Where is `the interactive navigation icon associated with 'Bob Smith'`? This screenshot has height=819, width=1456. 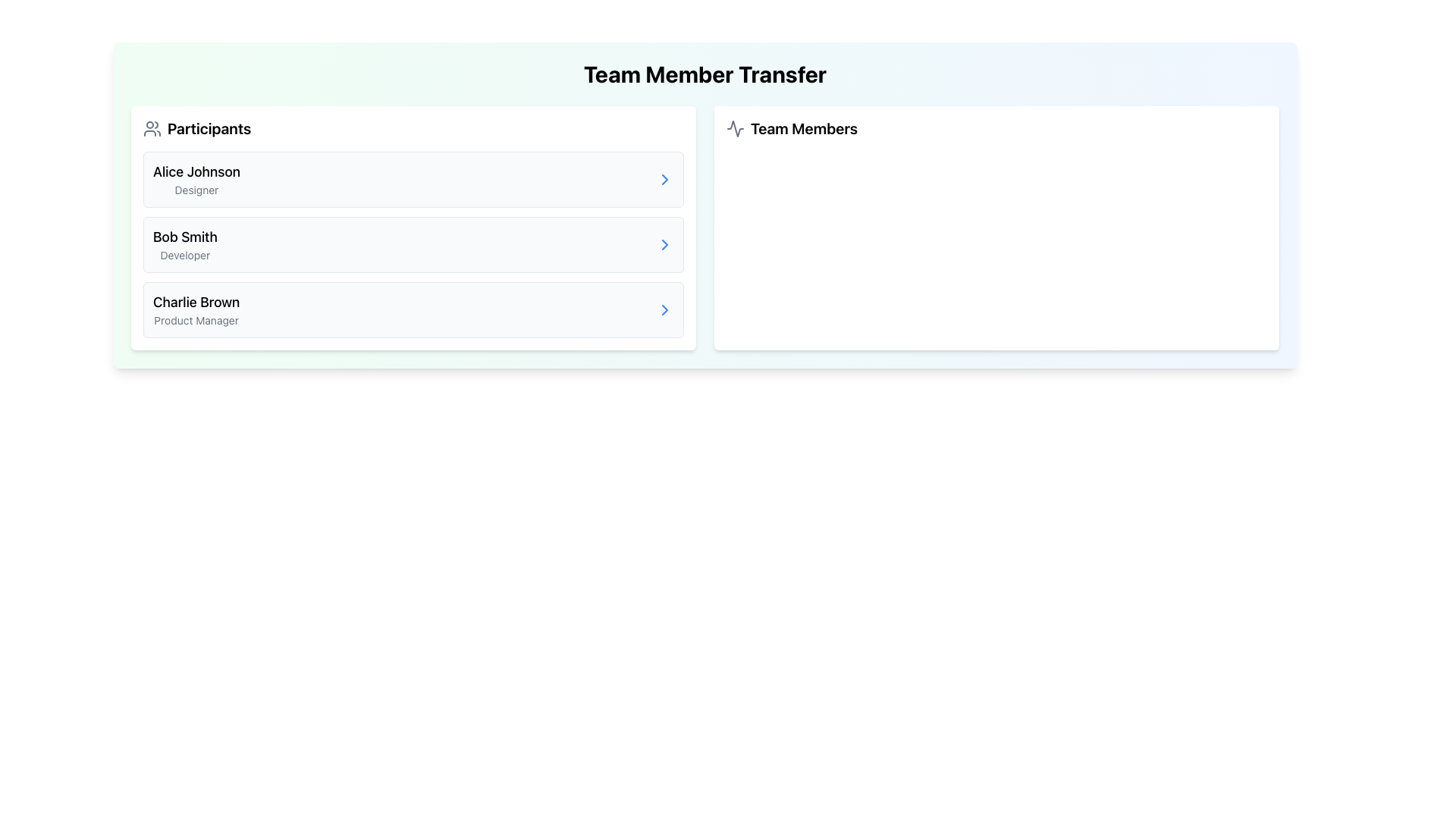 the interactive navigation icon associated with 'Bob Smith' is located at coordinates (665, 244).